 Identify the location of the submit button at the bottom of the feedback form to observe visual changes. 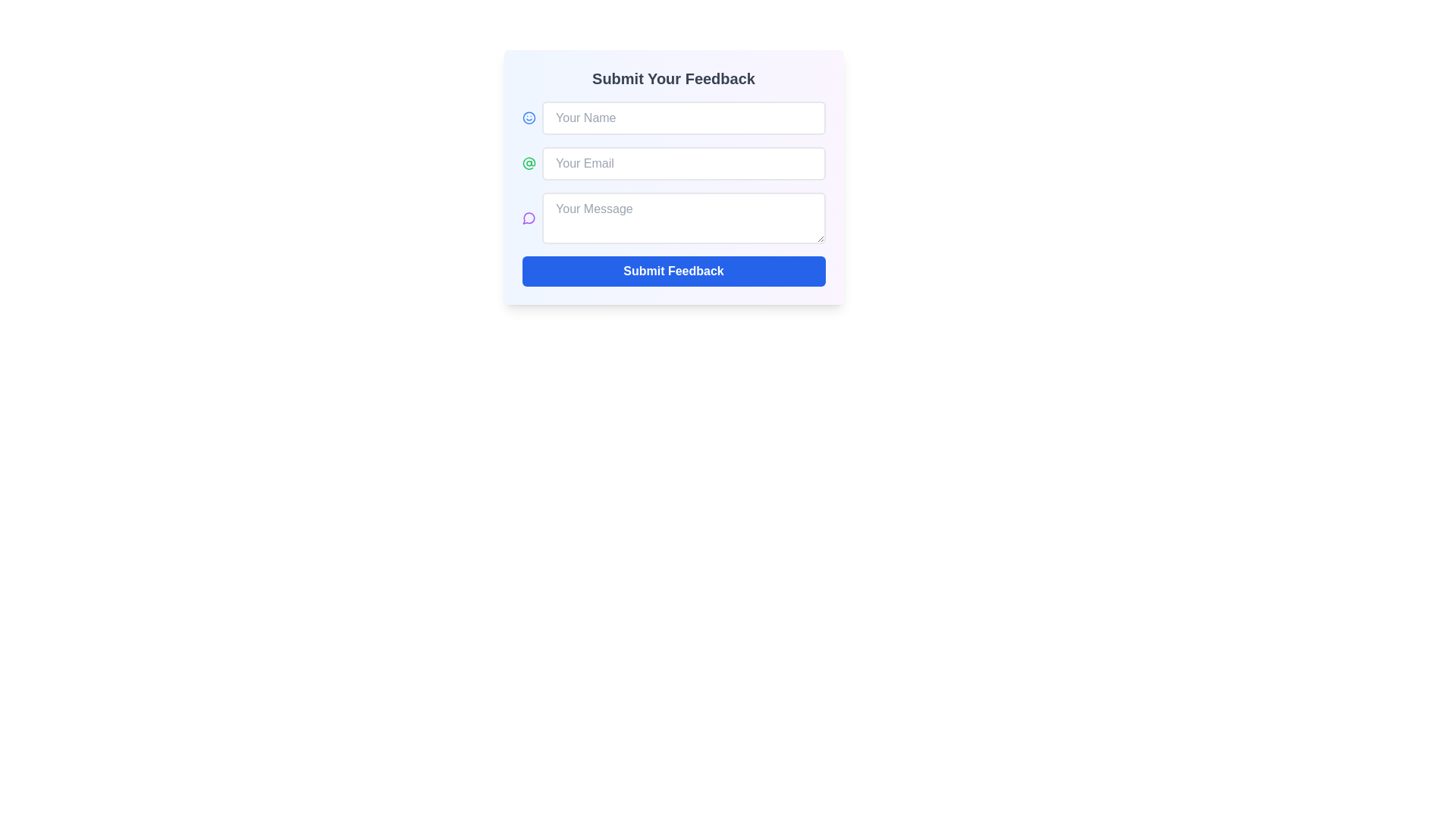
(673, 271).